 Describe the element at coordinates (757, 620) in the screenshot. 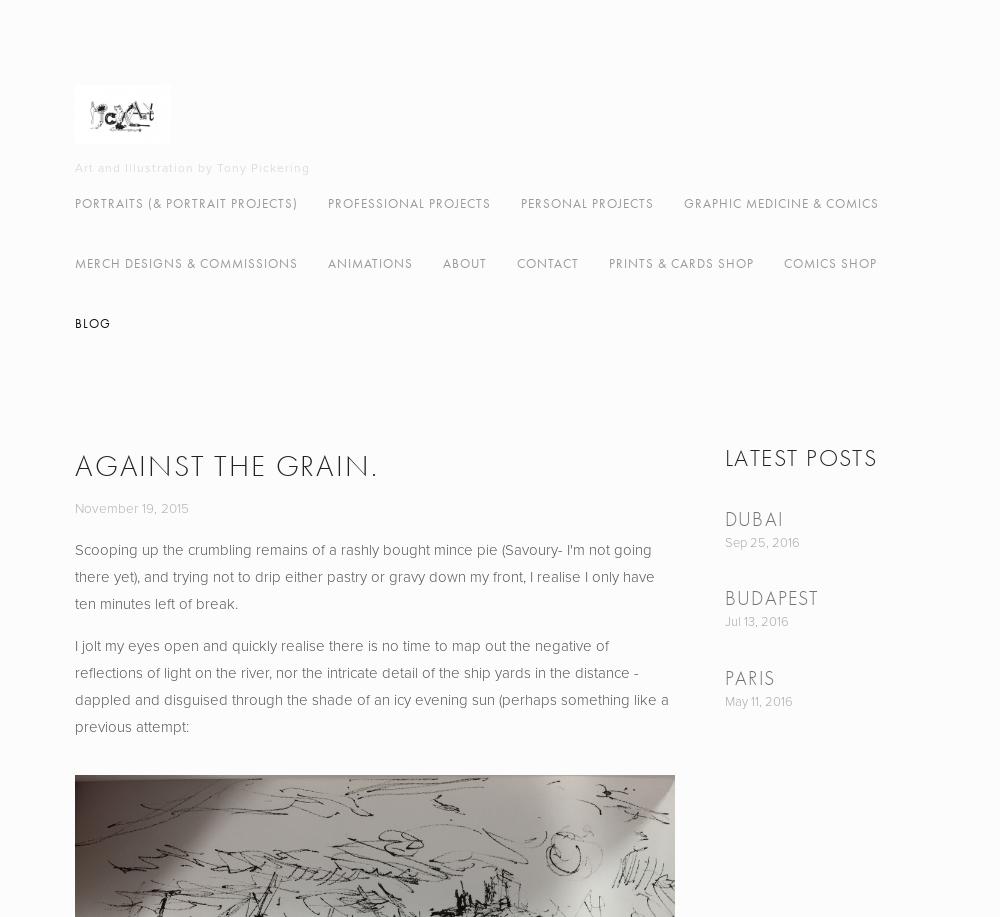

I see `'Jul 13, 2016'` at that location.